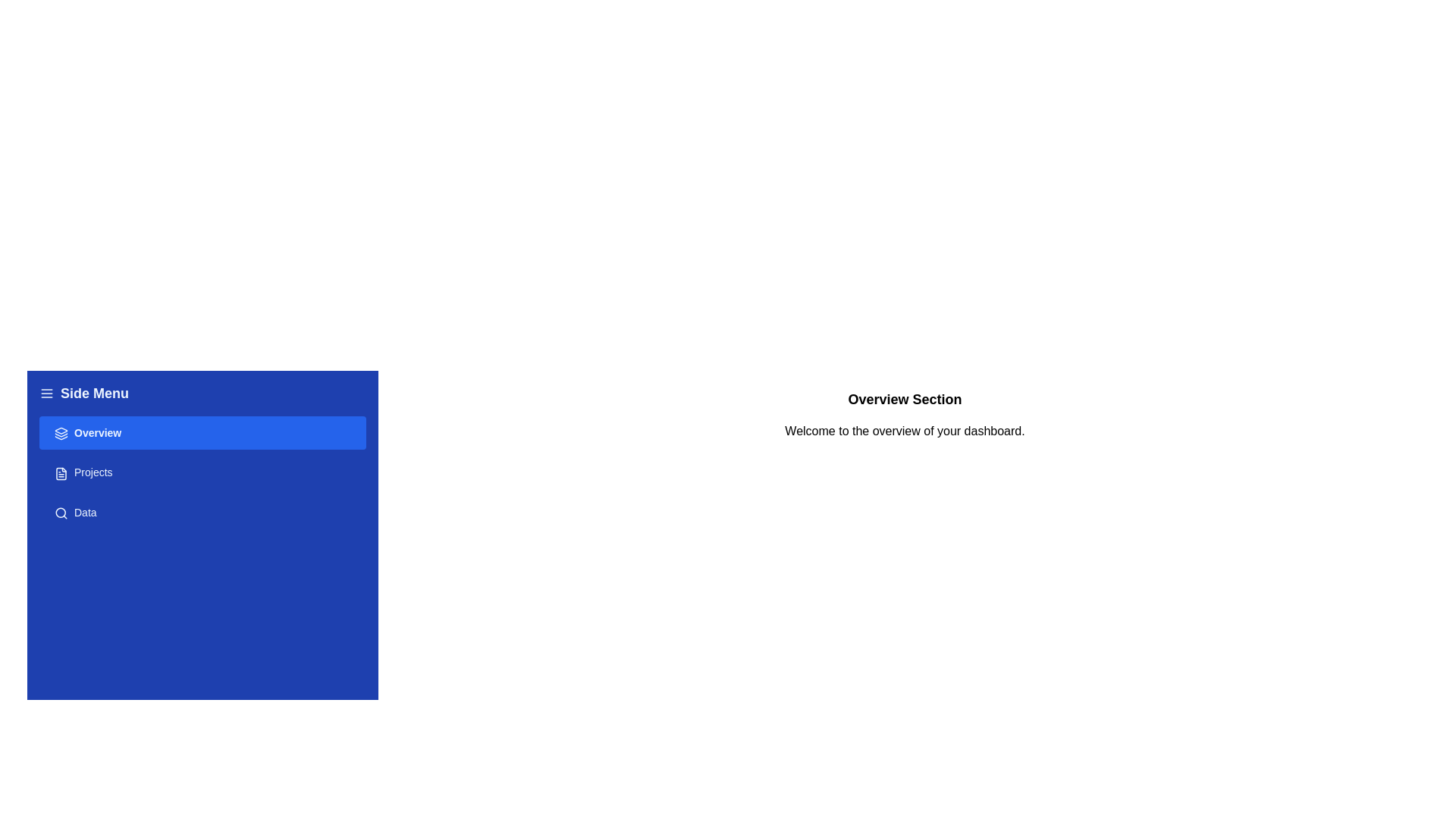 Image resolution: width=1456 pixels, height=819 pixels. What do you see at coordinates (905, 399) in the screenshot?
I see `the static text heading that serves as a title for the section, positioned centrally above the descriptive text` at bounding box center [905, 399].